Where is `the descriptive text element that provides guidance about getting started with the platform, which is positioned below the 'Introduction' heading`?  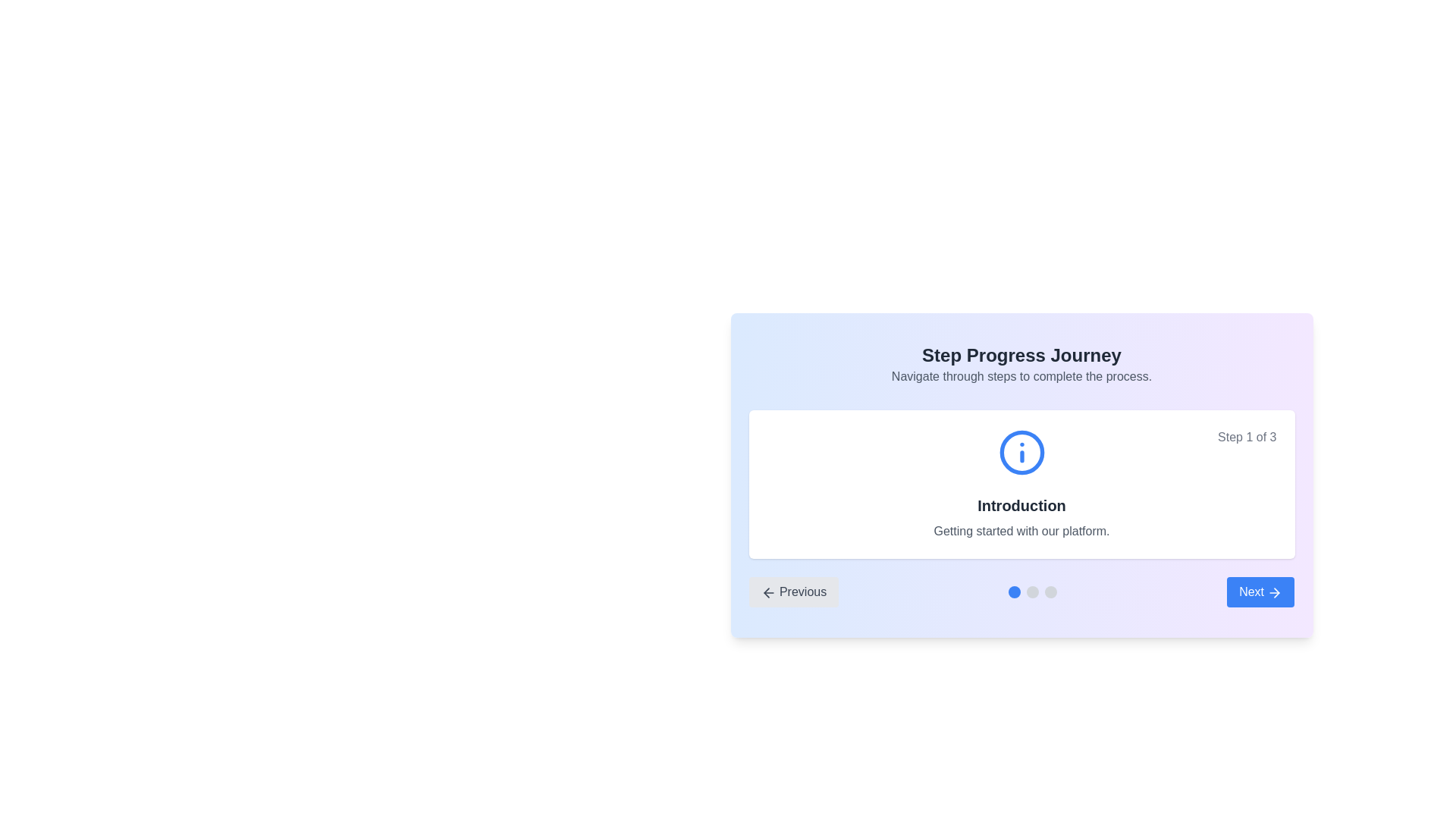 the descriptive text element that provides guidance about getting started with the platform, which is positioned below the 'Introduction' heading is located at coordinates (1021, 531).